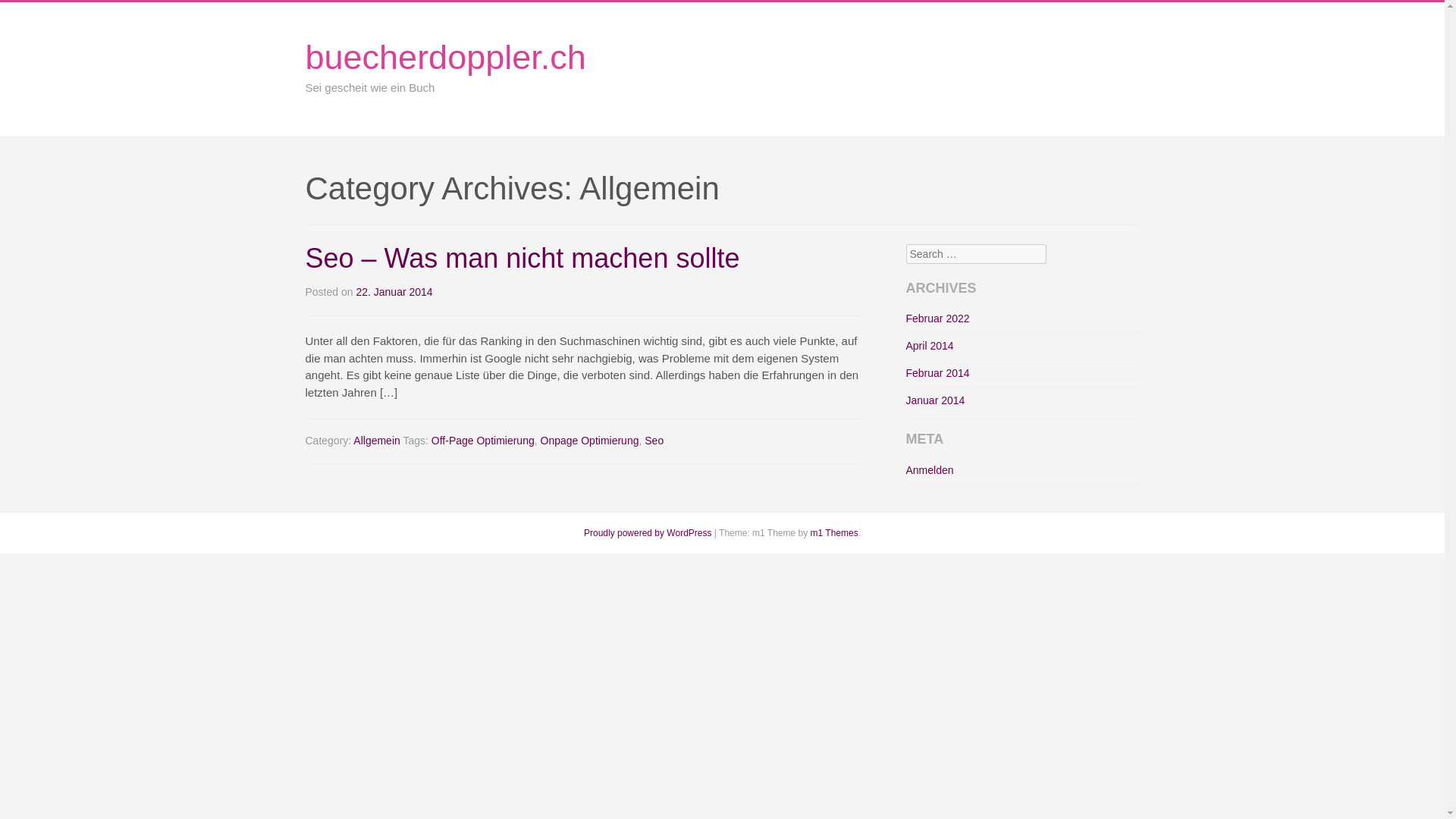 This screenshot has width=1456, height=819. What do you see at coordinates (394, 292) in the screenshot?
I see `'22. Januar 2014'` at bounding box center [394, 292].